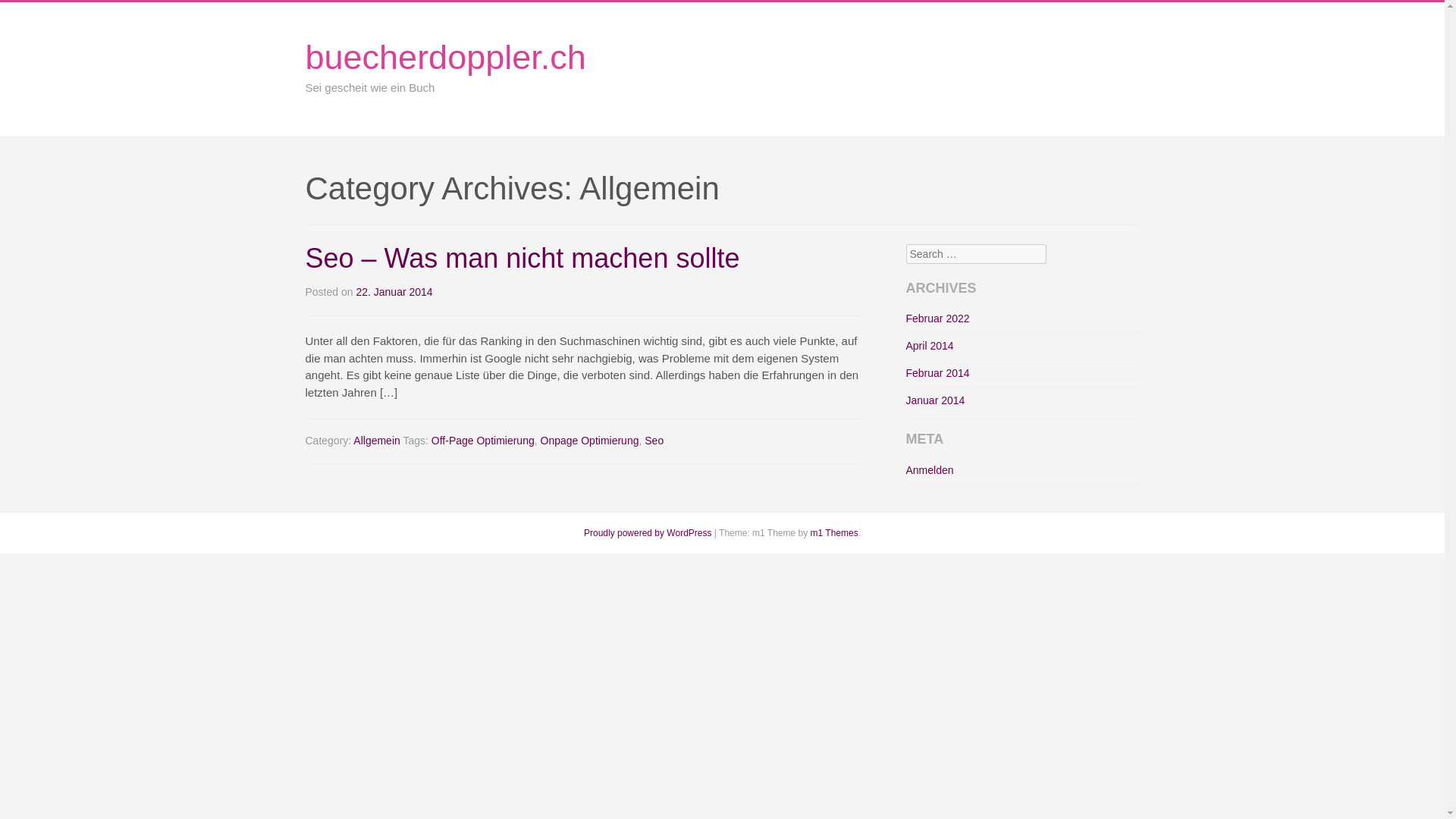 This screenshot has width=1456, height=819. What do you see at coordinates (394, 292) in the screenshot?
I see `'22. Januar 2014'` at bounding box center [394, 292].